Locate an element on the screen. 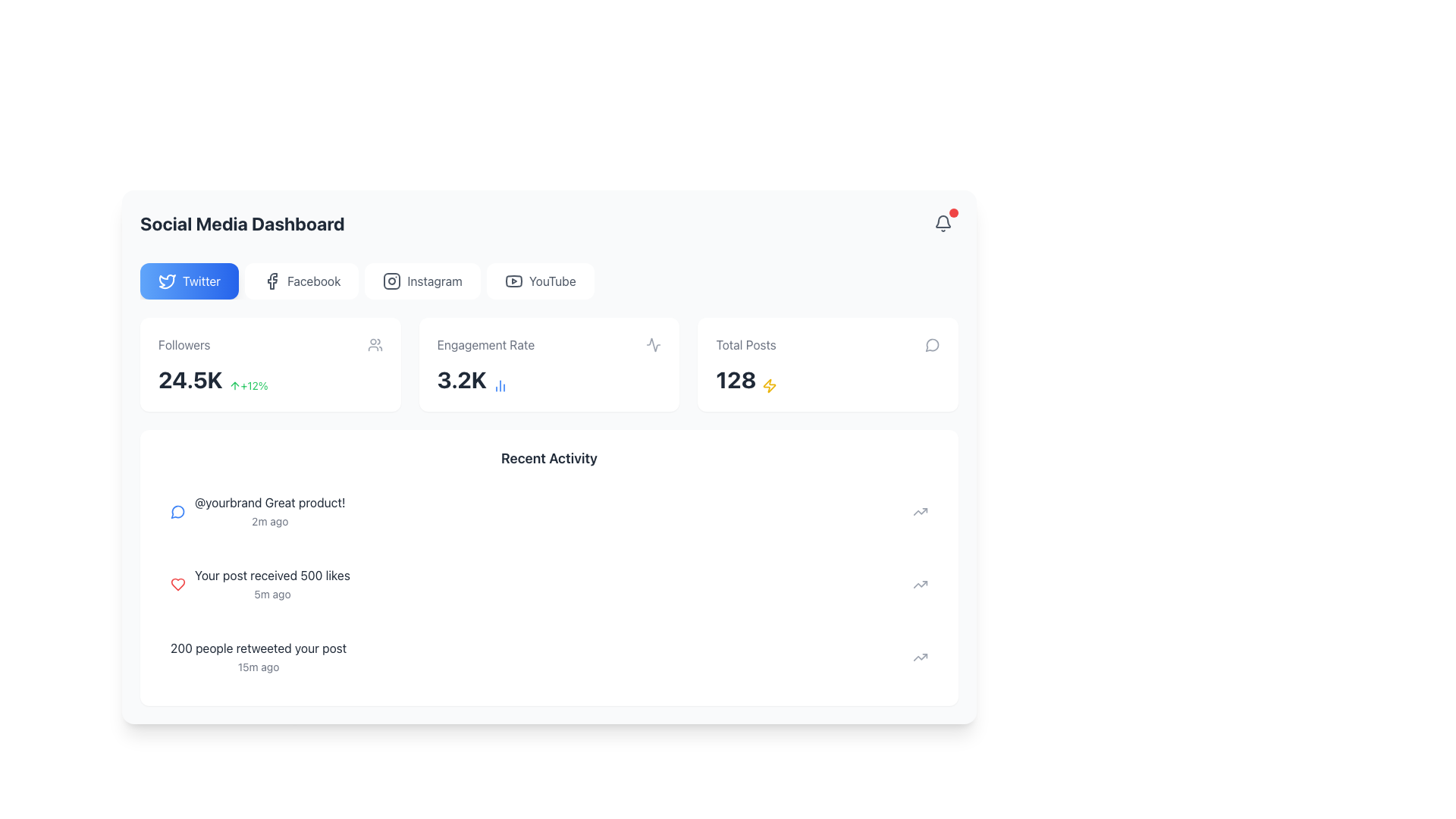 The height and width of the screenshot is (819, 1456). the activity or pulse icon located in the top-right corner of the dashboard, near the notification bell indicator is located at coordinates (654, 345).